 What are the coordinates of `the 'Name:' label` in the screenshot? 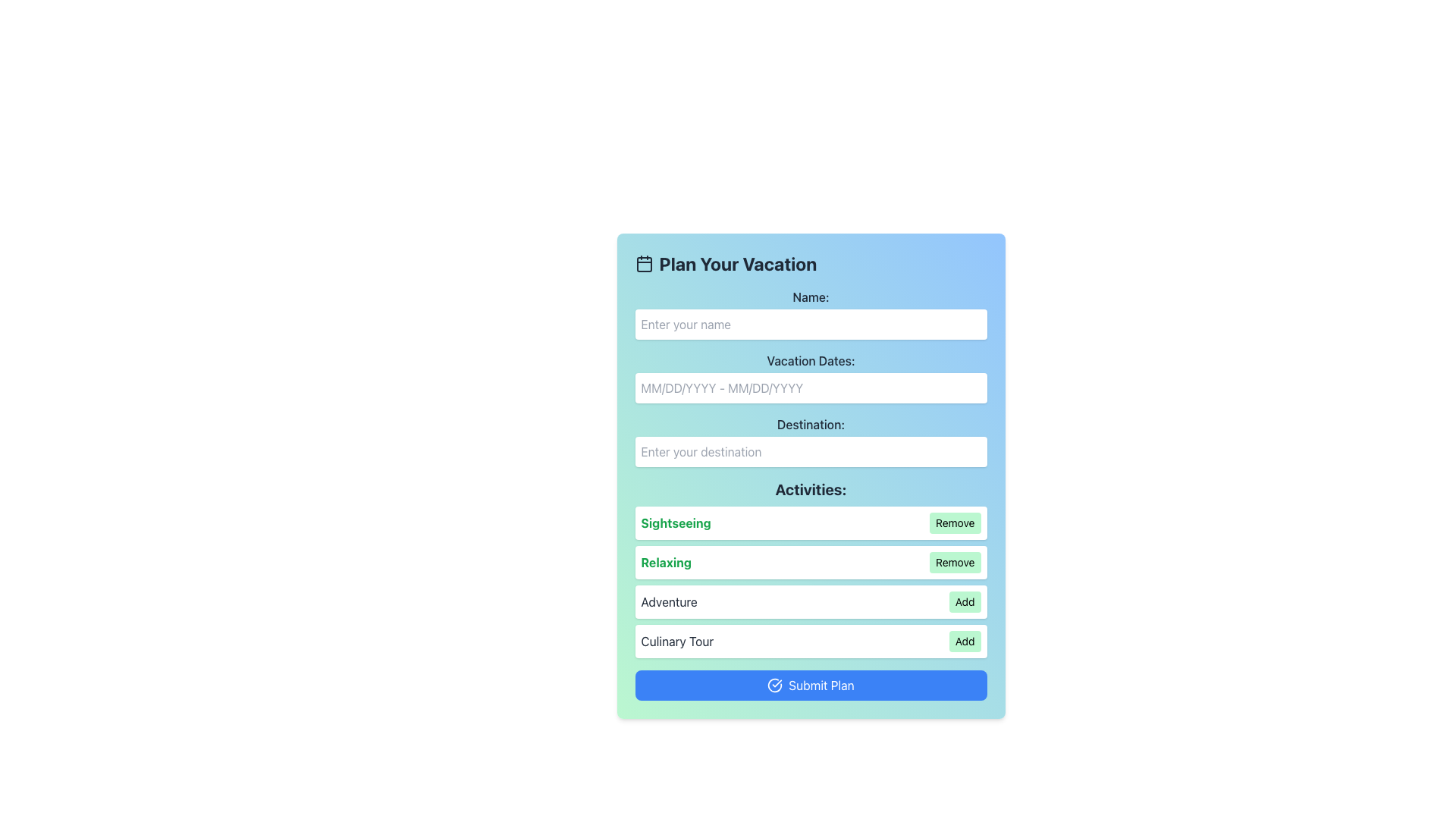 It's located at (810, 312).